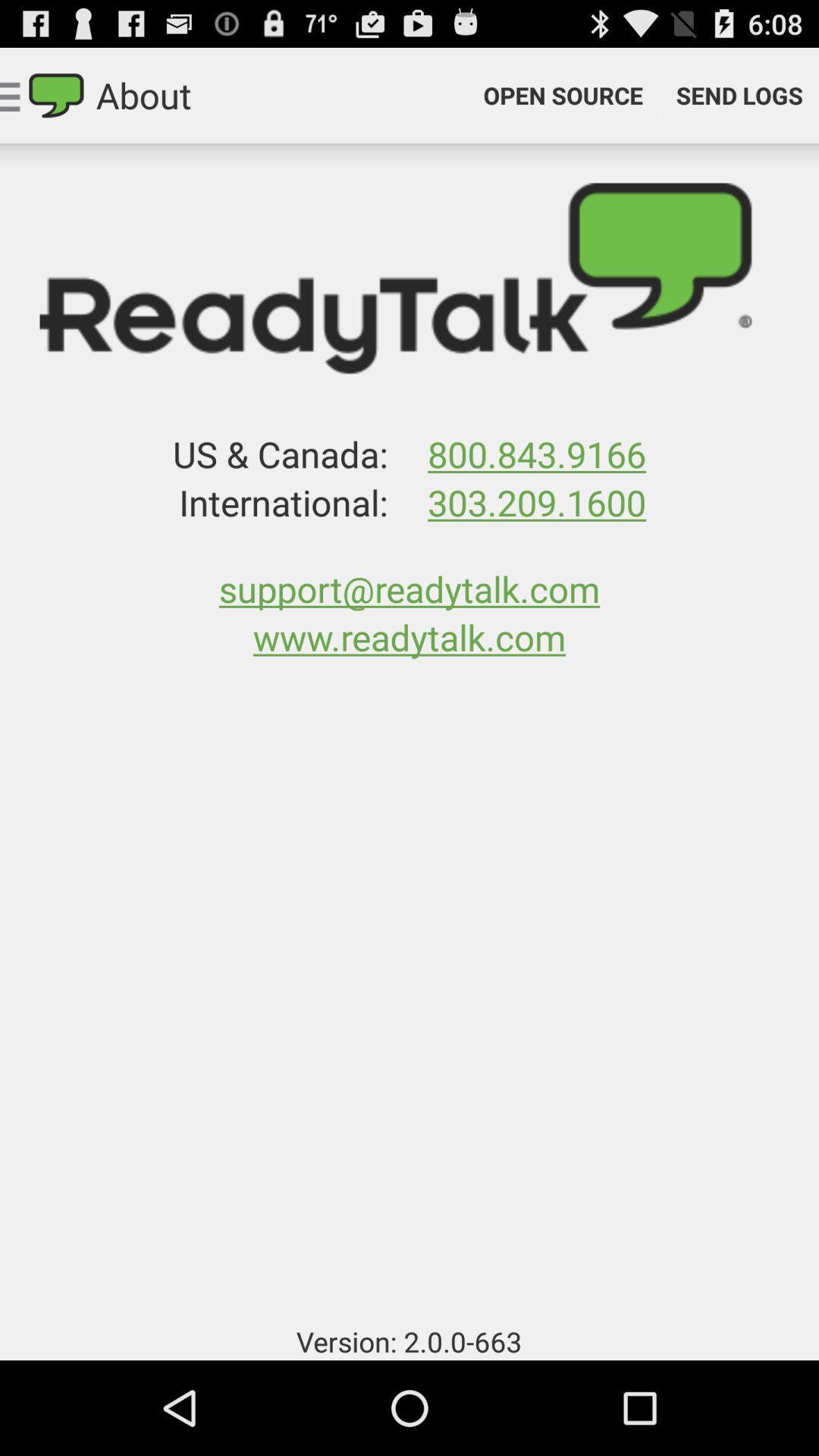 This screenshot has height=1456, width=819. Describe the element at coordinates (563, 94) in the screenshot. I see `icon to the right of the about` at that location.